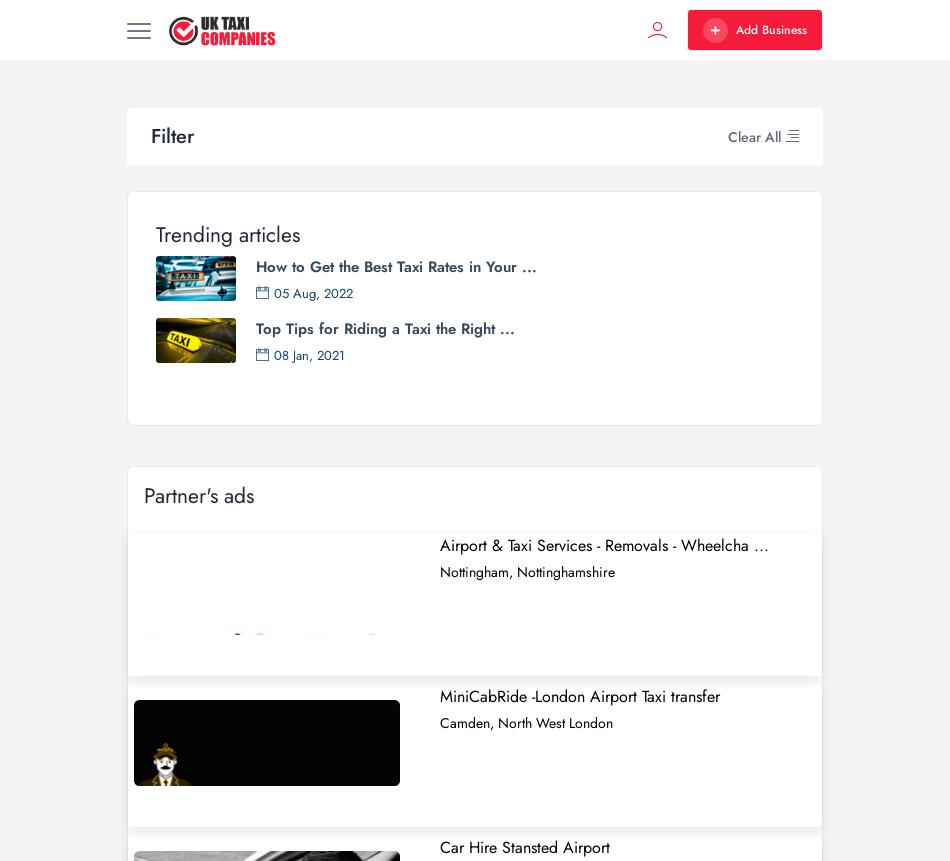 The width and height of the screenshot is (950, 861). I want to click on 'Paul’s Taxis Haverfordwest offer a Taxi service covering Haverfordwest and Pembrokeshire transfers to and from all UK & local airports, ferry ports, and railway stations. Paul’s taxi Service is', so click(601, 162).